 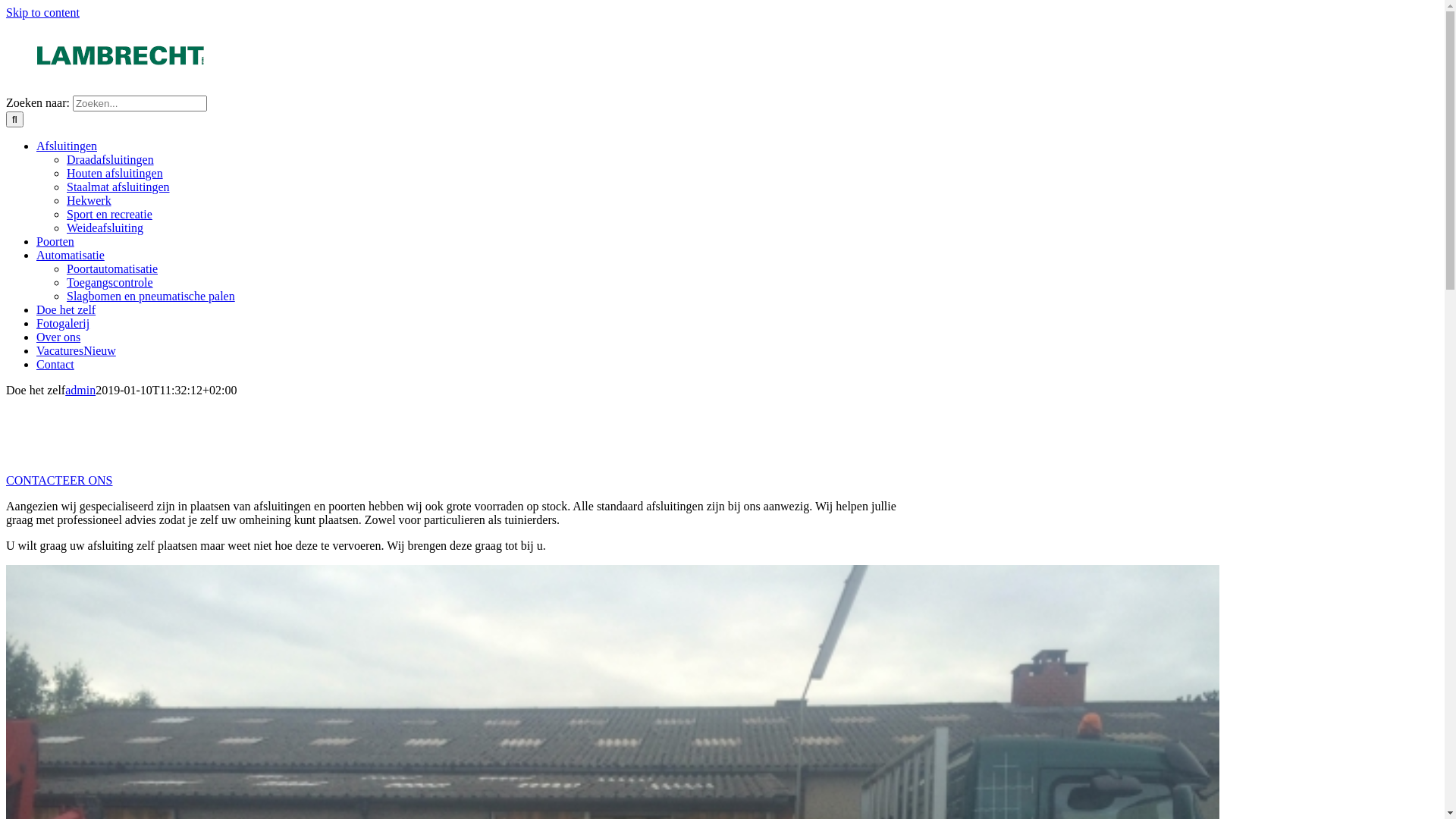 I want to click on 'Houten afsluitingen', so click(x=114, y=172).